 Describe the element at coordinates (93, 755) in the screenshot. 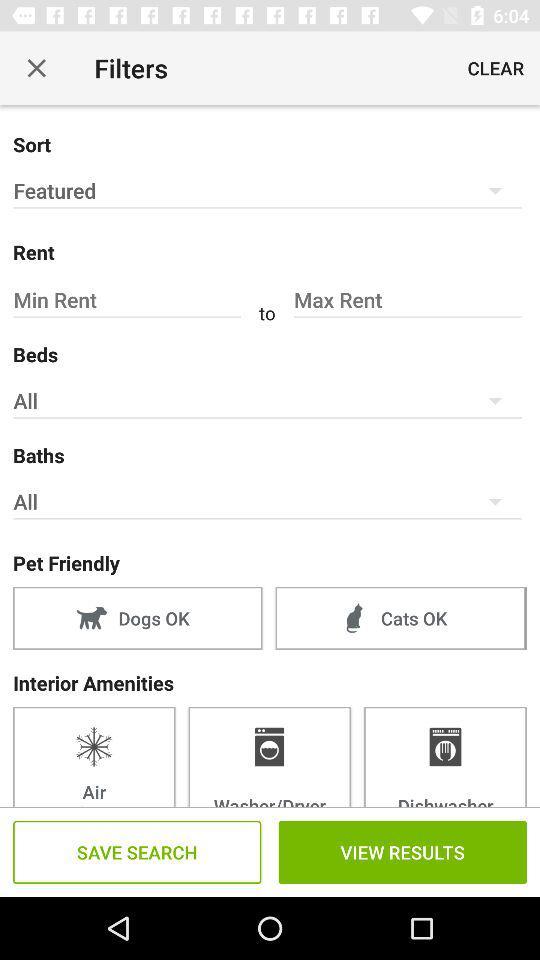

I see `the first box which is under the interior amenities` at that location.